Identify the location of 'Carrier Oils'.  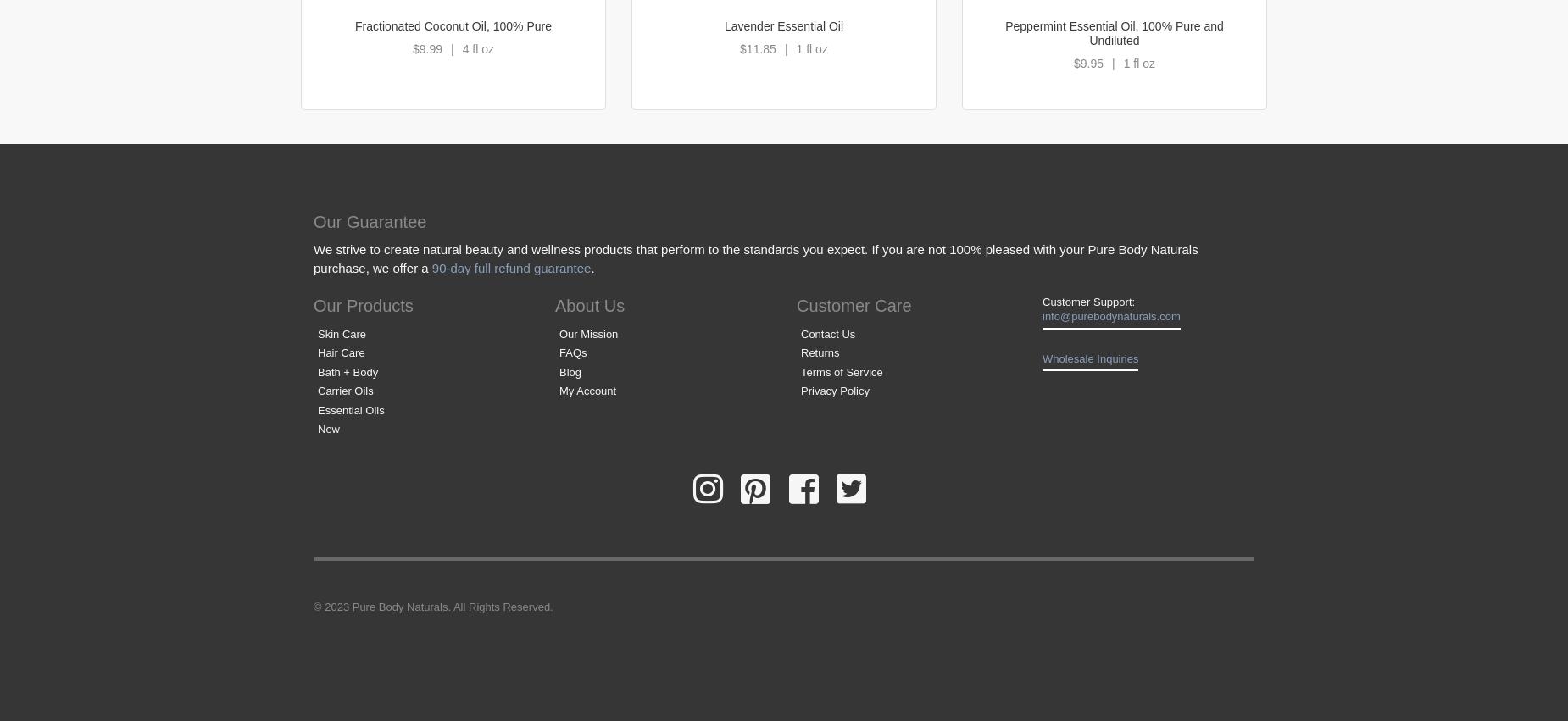
(344, 391).